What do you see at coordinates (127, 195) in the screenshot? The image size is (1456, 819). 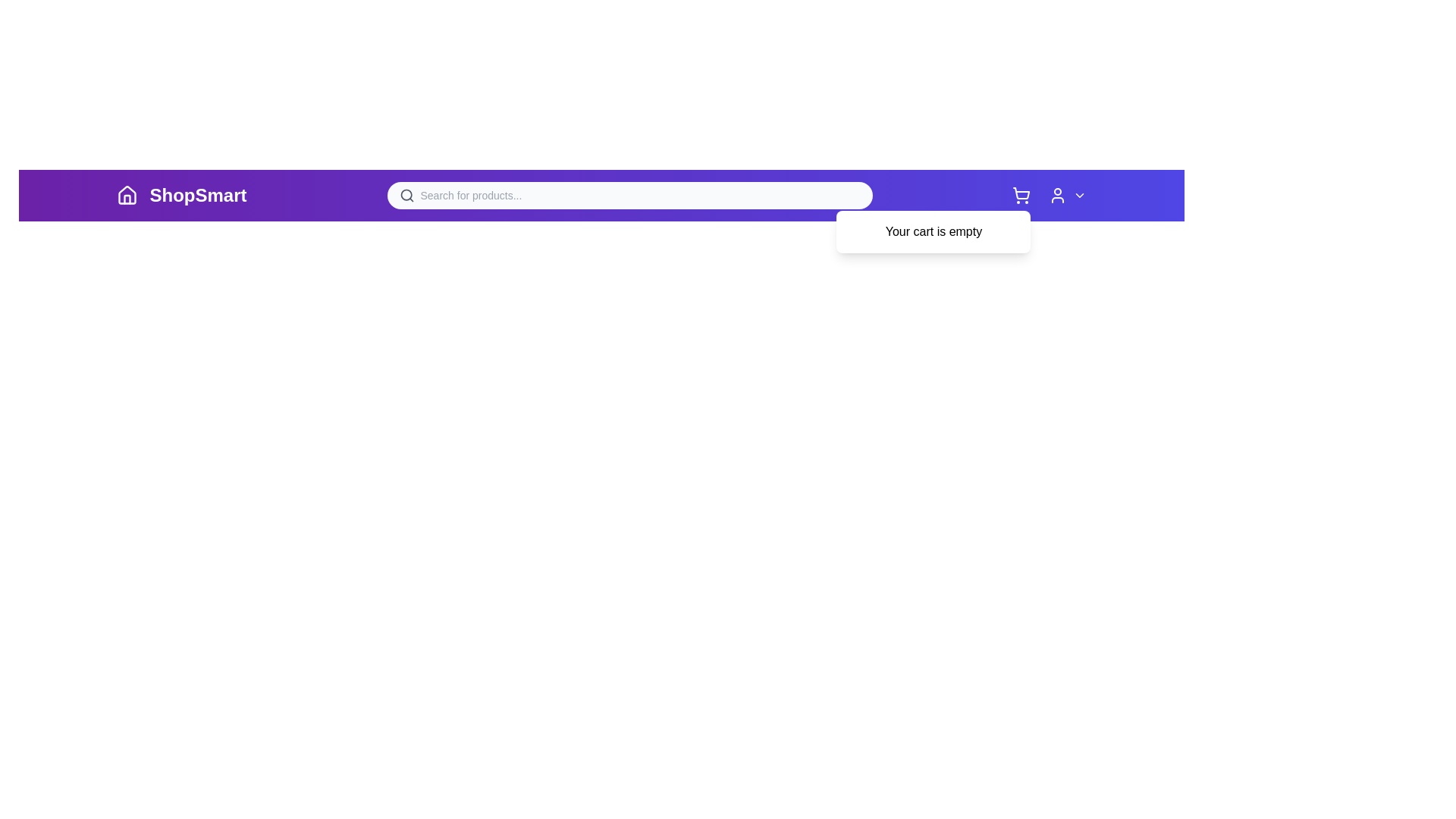 I see `the house icon with a white outline on a purple background located in the navigation header` at bounding box center [127, 195].